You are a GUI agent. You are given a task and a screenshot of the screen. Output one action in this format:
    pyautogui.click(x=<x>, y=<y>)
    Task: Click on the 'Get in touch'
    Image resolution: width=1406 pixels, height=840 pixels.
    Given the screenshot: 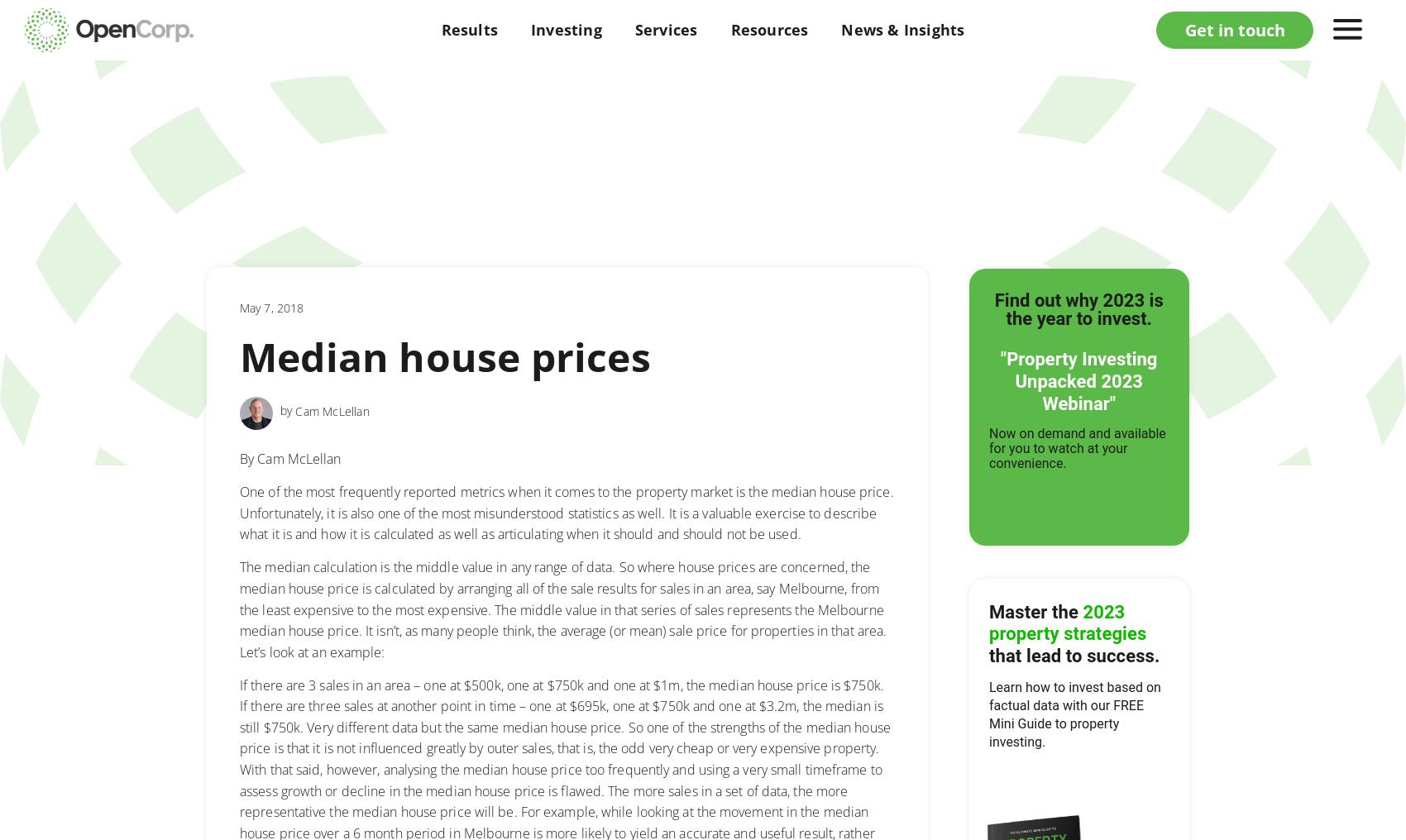 What is the action you would take?
    pyautogui.click(x=1234, y=28)
    